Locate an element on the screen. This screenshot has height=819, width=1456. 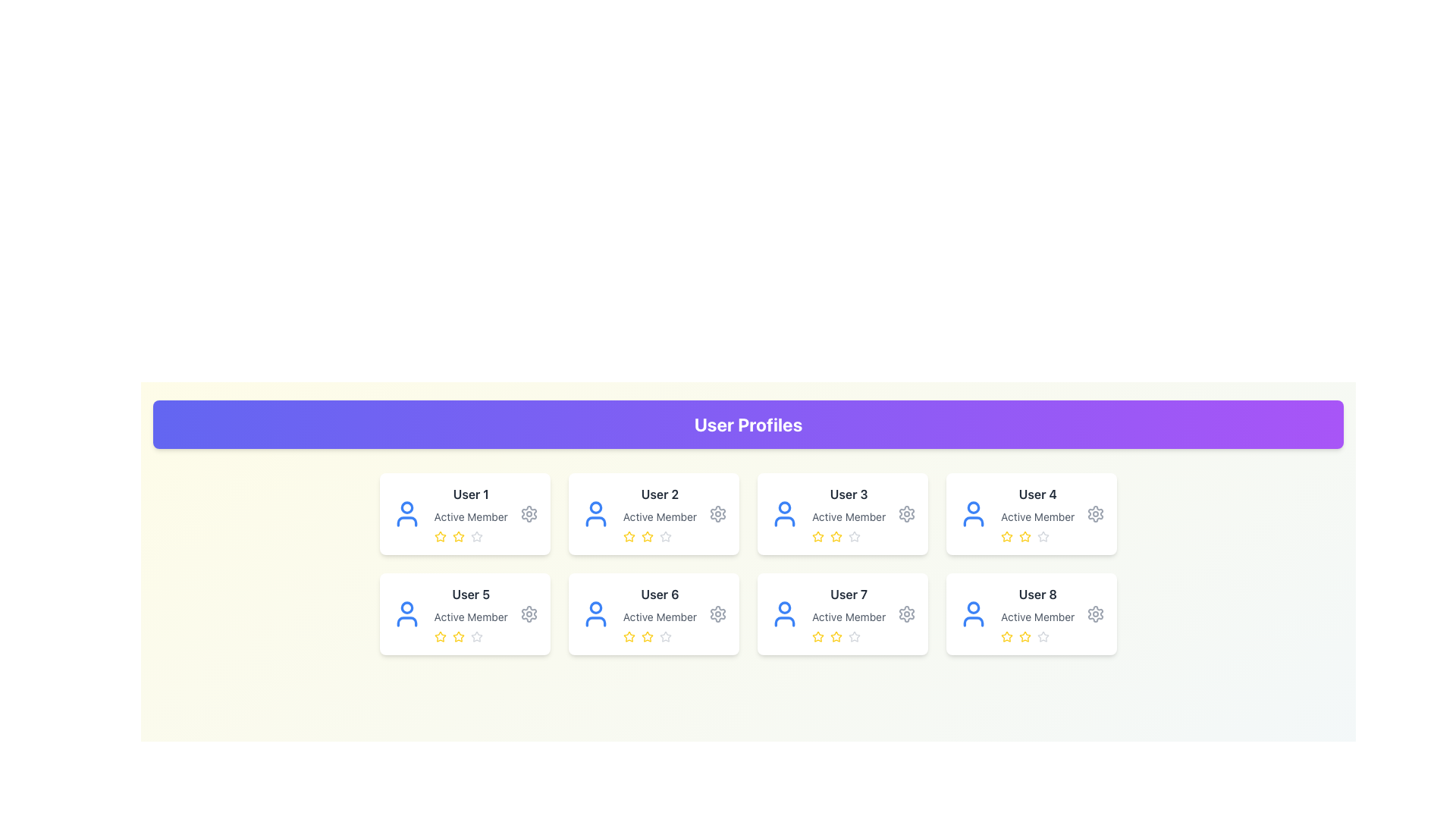
the second yellow star-shaped icon in the rating system for 'User 7' in the user profile interface is located at coordinates (836, 637).